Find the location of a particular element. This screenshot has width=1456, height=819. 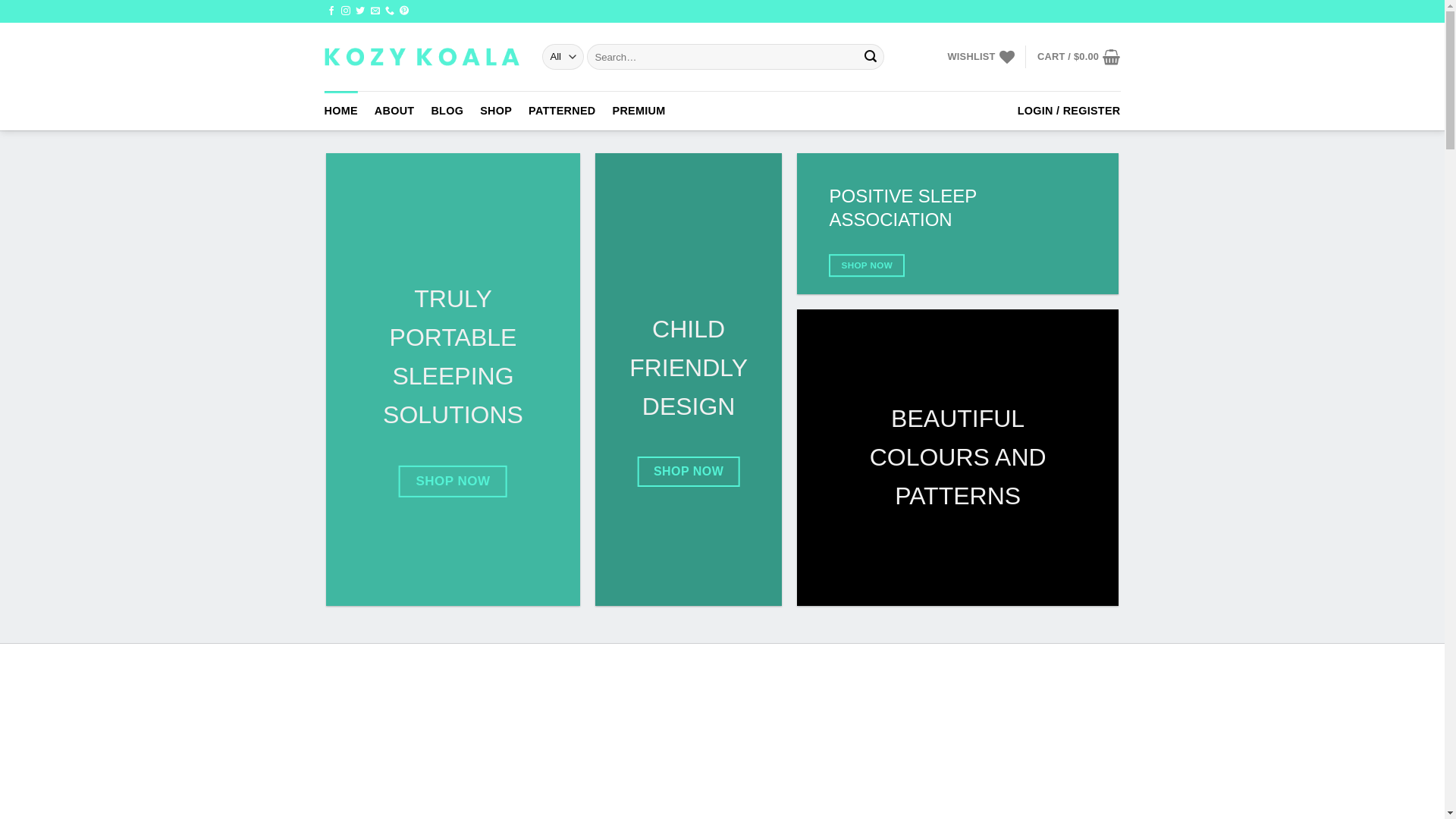

'CART / $0.00' is located at coordinates (1037, 55).